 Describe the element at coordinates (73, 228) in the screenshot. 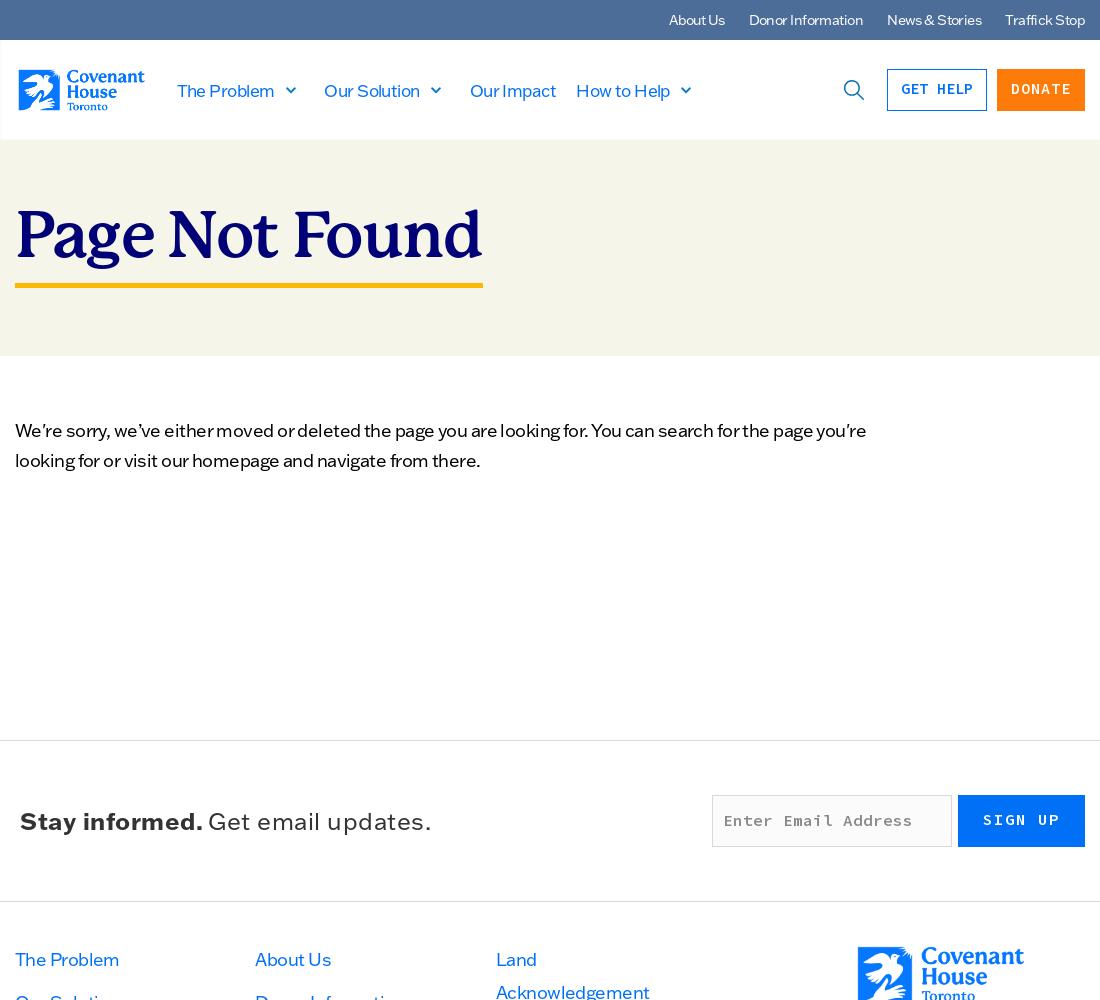

I see `'Careers'` at that location.